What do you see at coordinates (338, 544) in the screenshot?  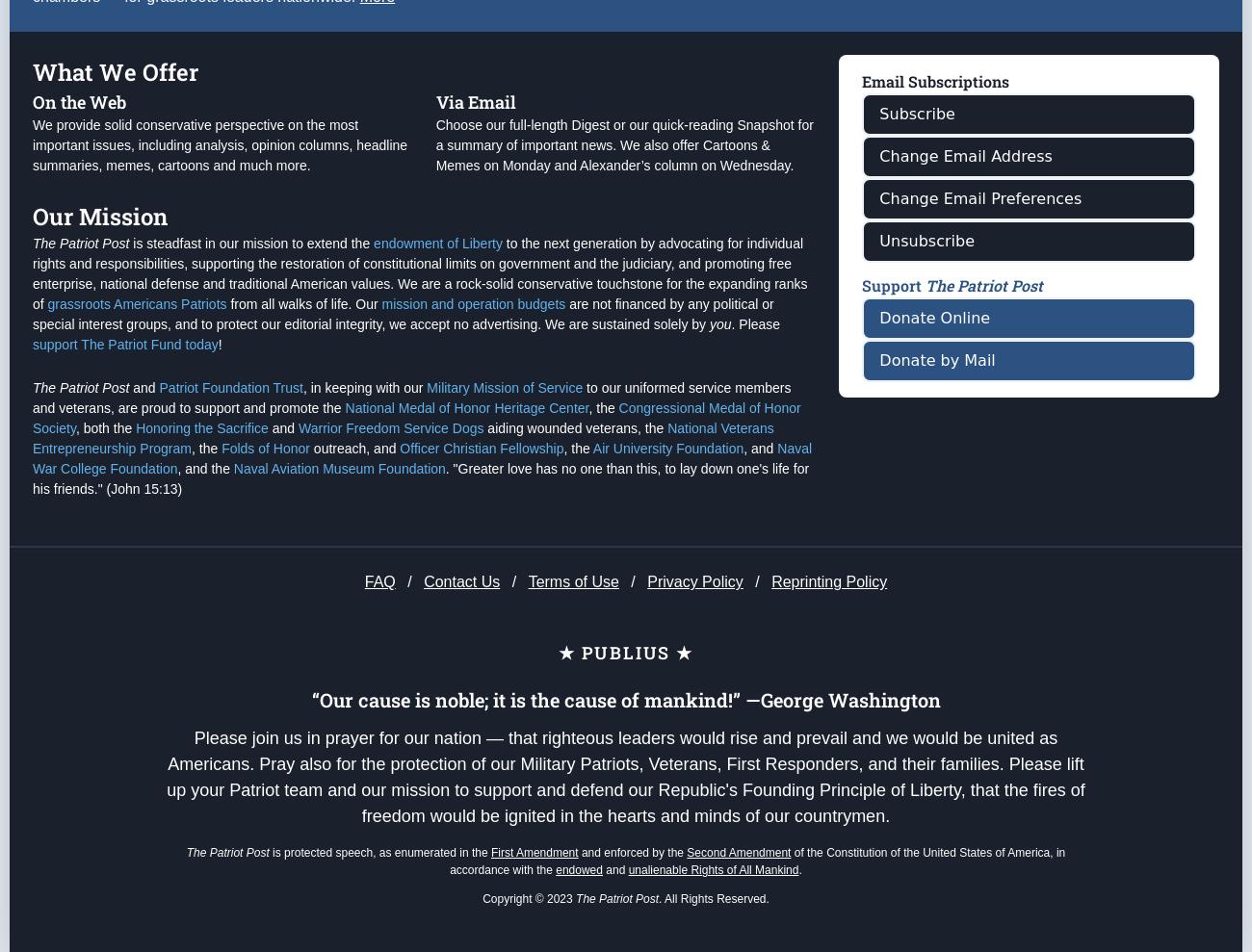 I see `'Naval Aviation Museum Foundation'` at bounding box center [338, 544].